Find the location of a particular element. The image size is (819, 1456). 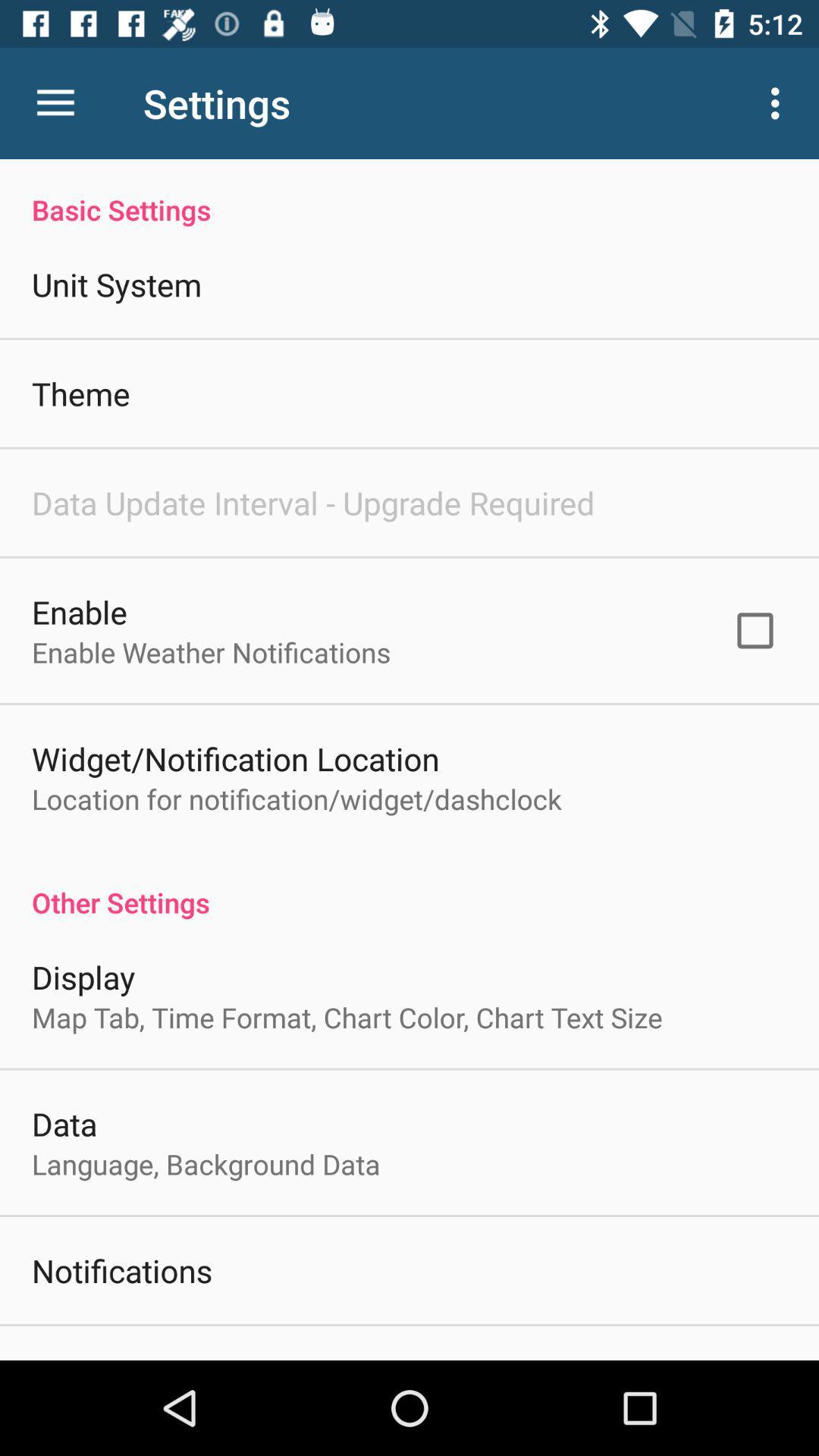

the item below display item is located at coordinates (347, 1017).